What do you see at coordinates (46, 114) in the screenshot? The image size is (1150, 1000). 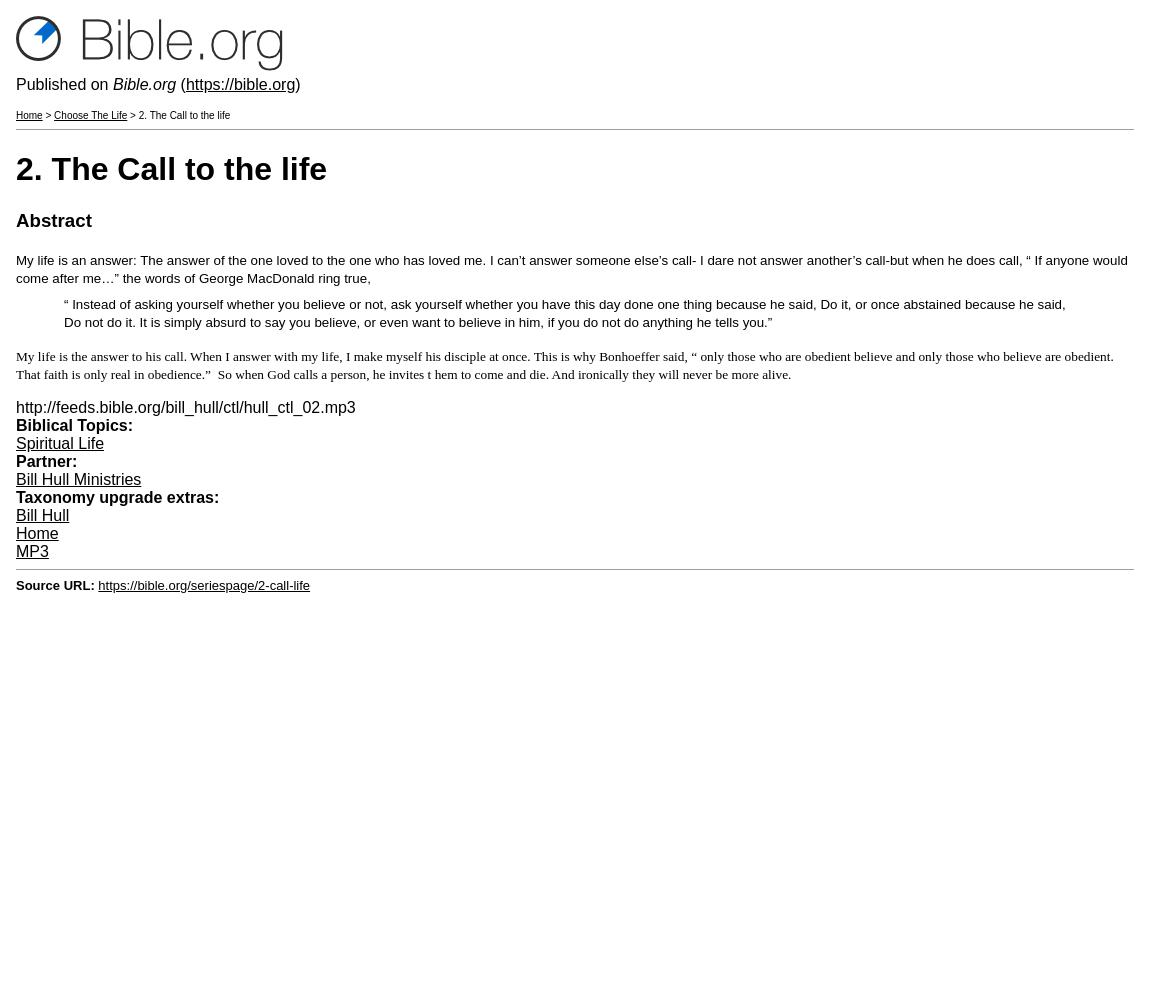 I see `'>'` at bounding box center [46, 114].